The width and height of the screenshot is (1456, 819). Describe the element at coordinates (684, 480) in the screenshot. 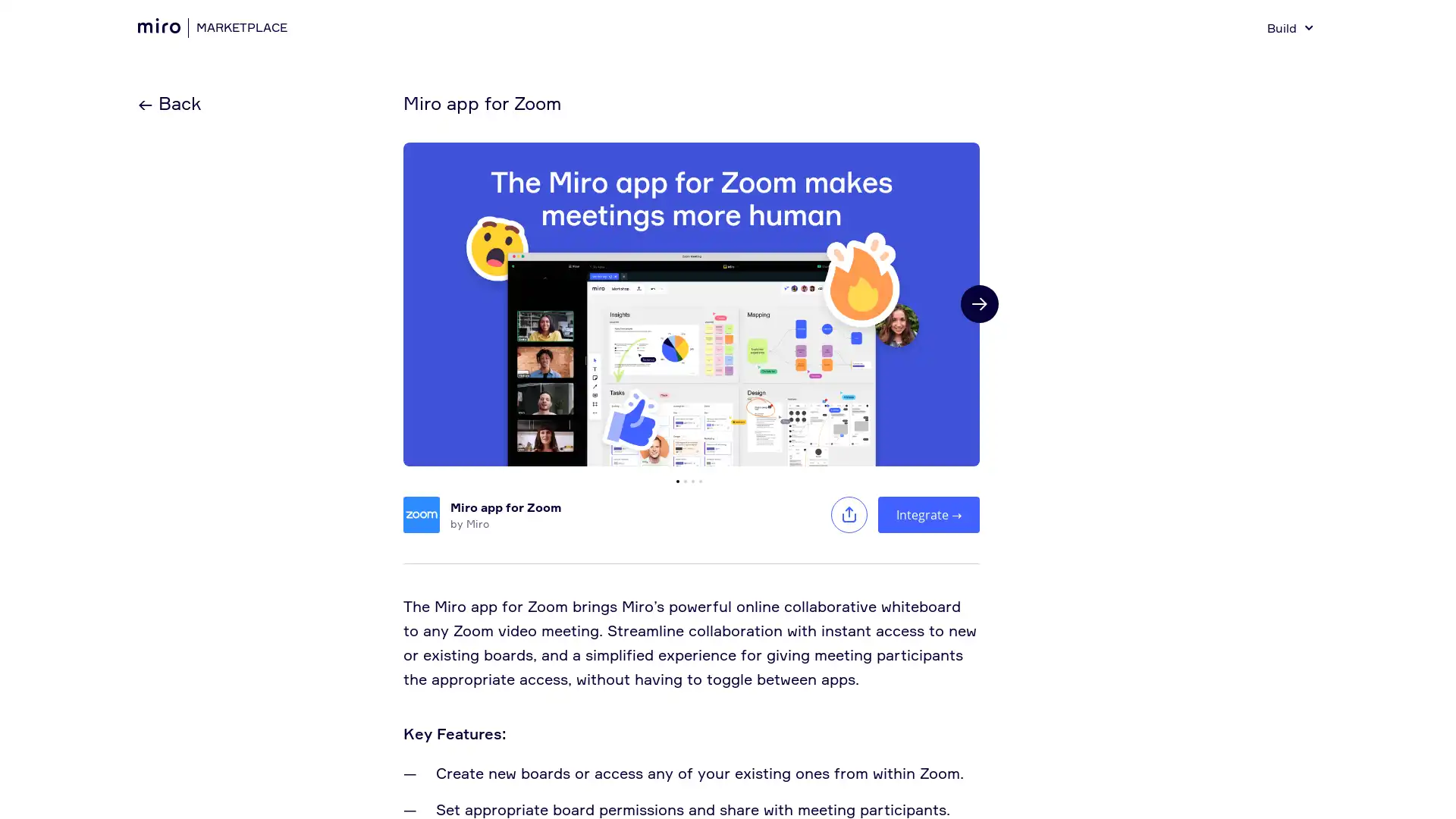

I see `Go to slide 2` at that location.